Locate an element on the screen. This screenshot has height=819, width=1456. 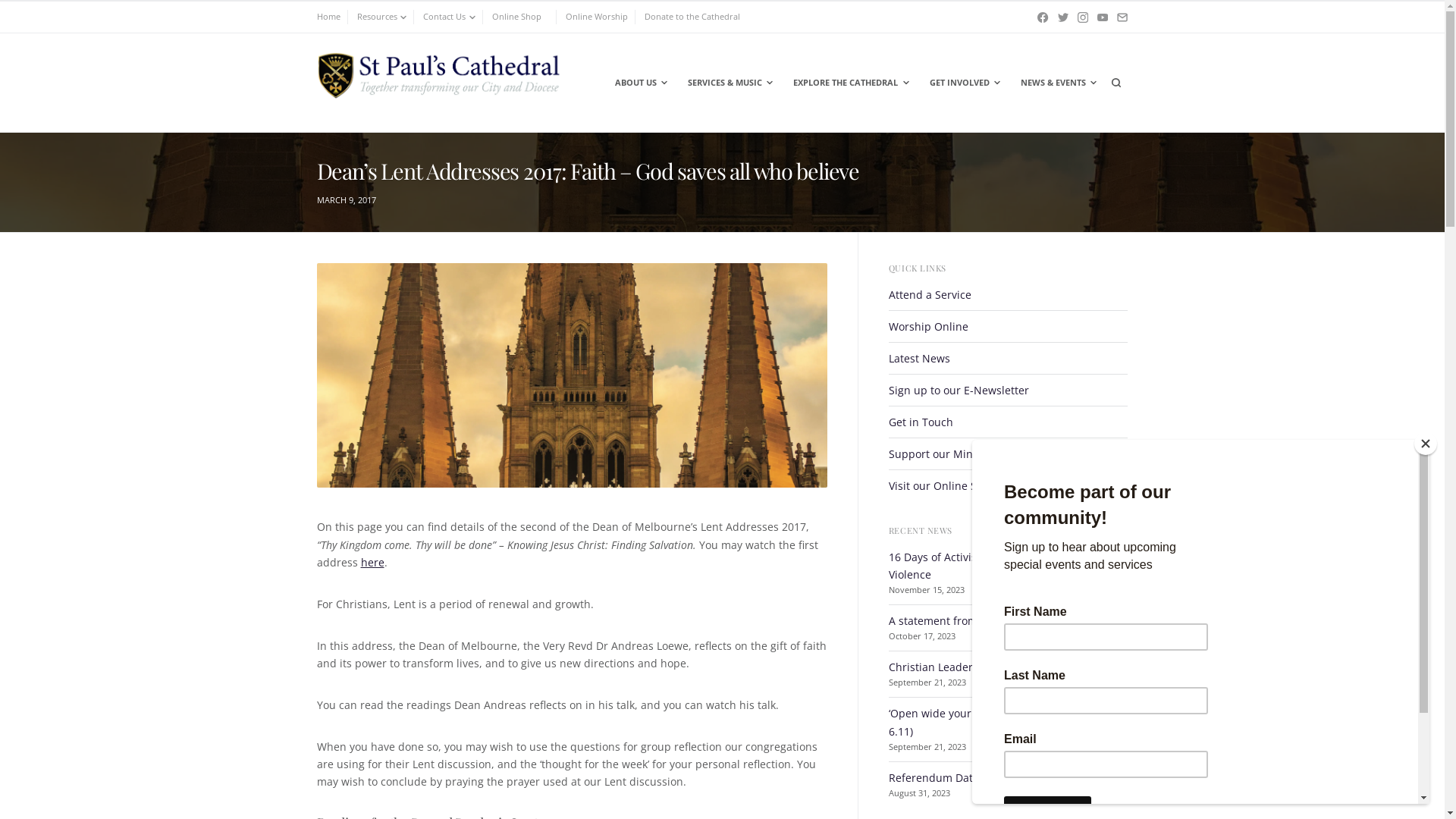
'Visit our Online Shop' is located at coordinates (942, 485).